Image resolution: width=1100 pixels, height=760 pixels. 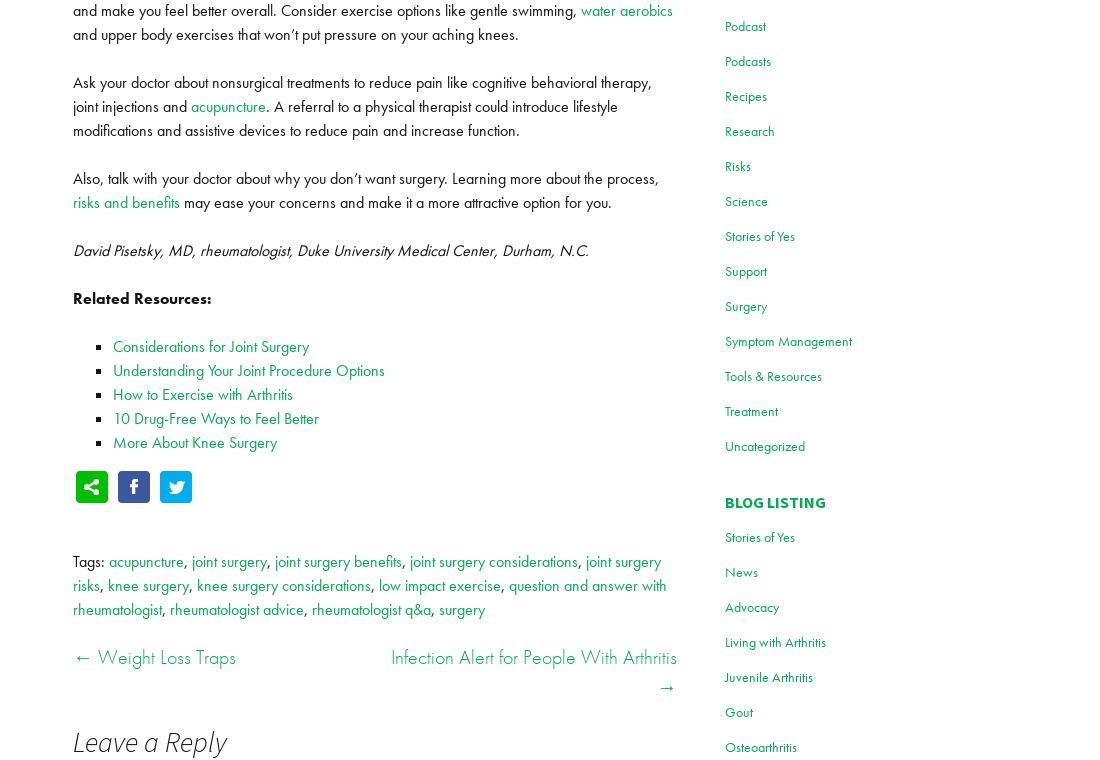 What do you see at coordinates (723, 375) in the screenshot?
I see `'Tools & Resources'` at bounding box center [723, 375].